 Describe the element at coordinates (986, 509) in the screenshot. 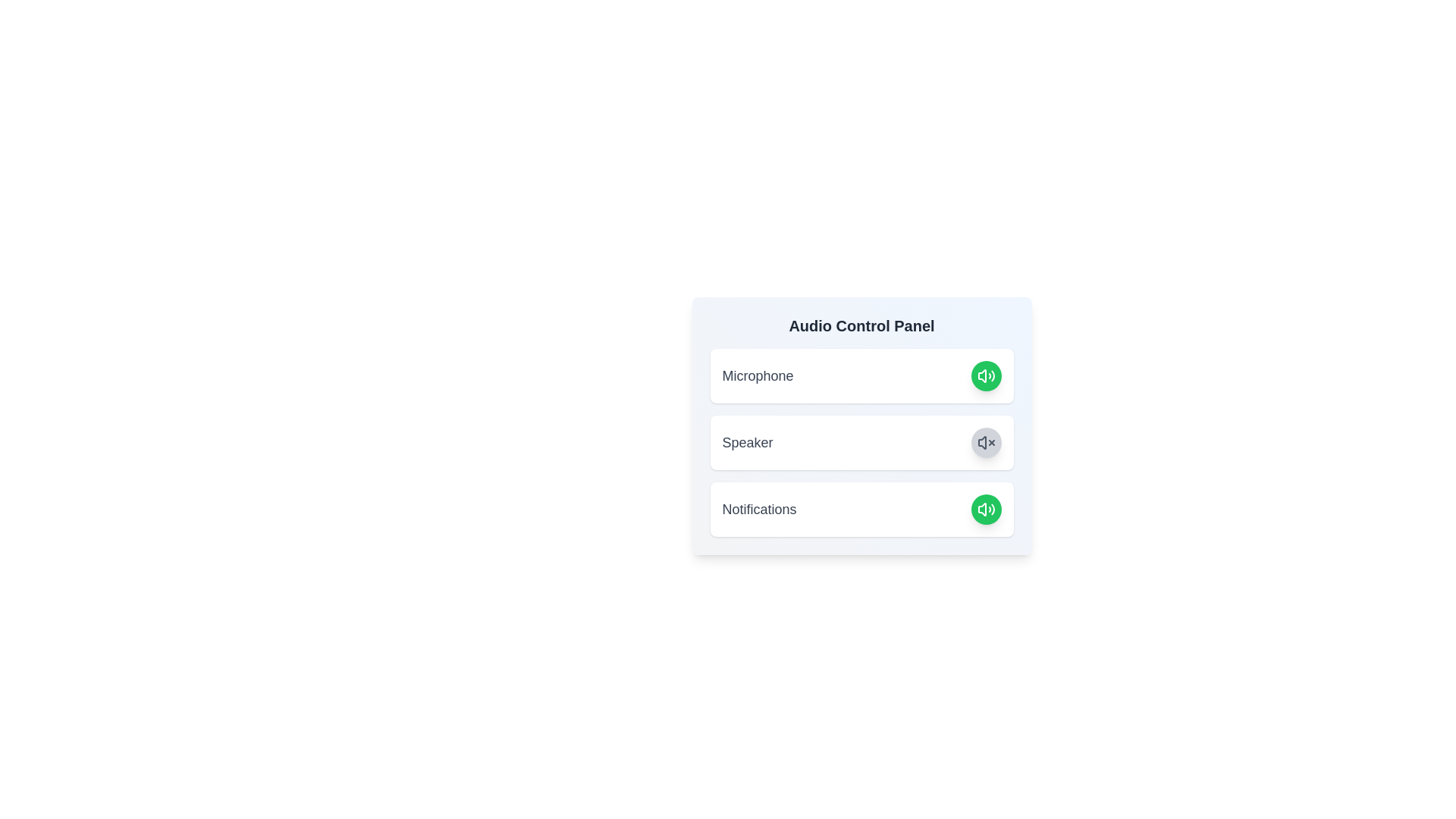

I see `the microphone icon located at the far-right side of the row labeled 'Microphone' in the 'Audio Control Panel'` at that location.